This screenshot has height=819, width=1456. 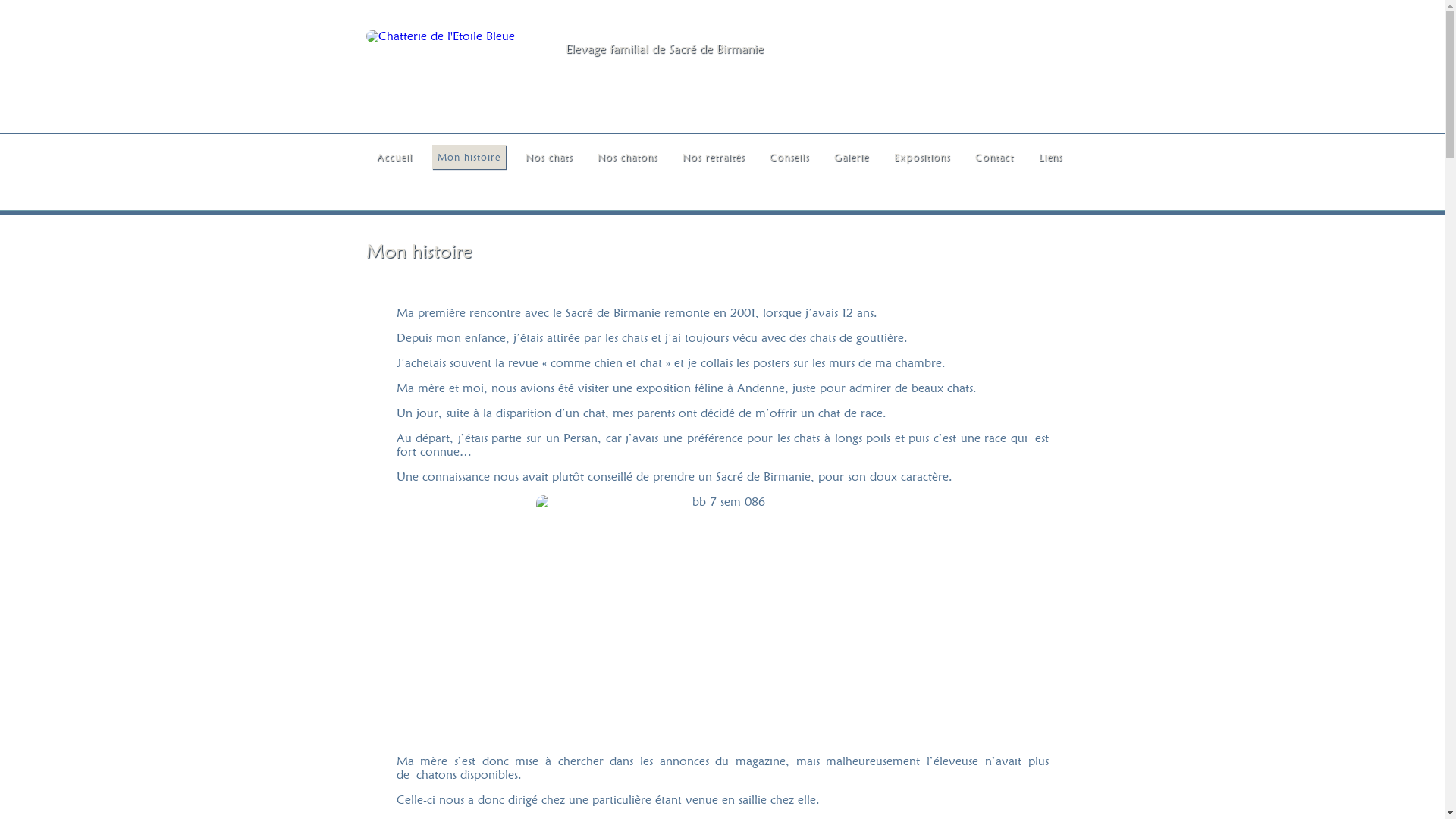 I want to click on 'Conseils', so click(x=789, y=157).